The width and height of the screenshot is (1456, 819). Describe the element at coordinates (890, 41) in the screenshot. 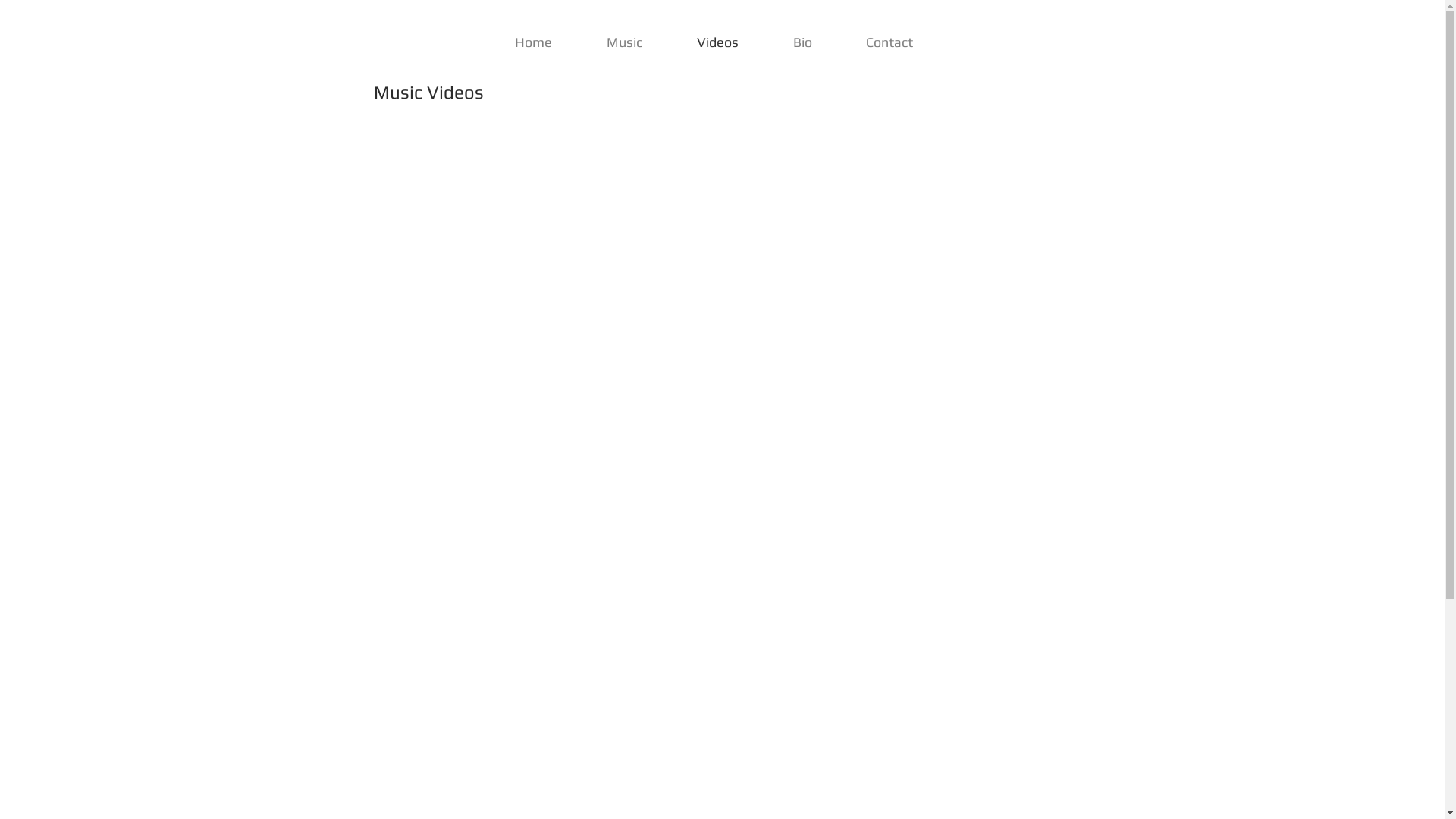

I see `'Contact'` at that location.